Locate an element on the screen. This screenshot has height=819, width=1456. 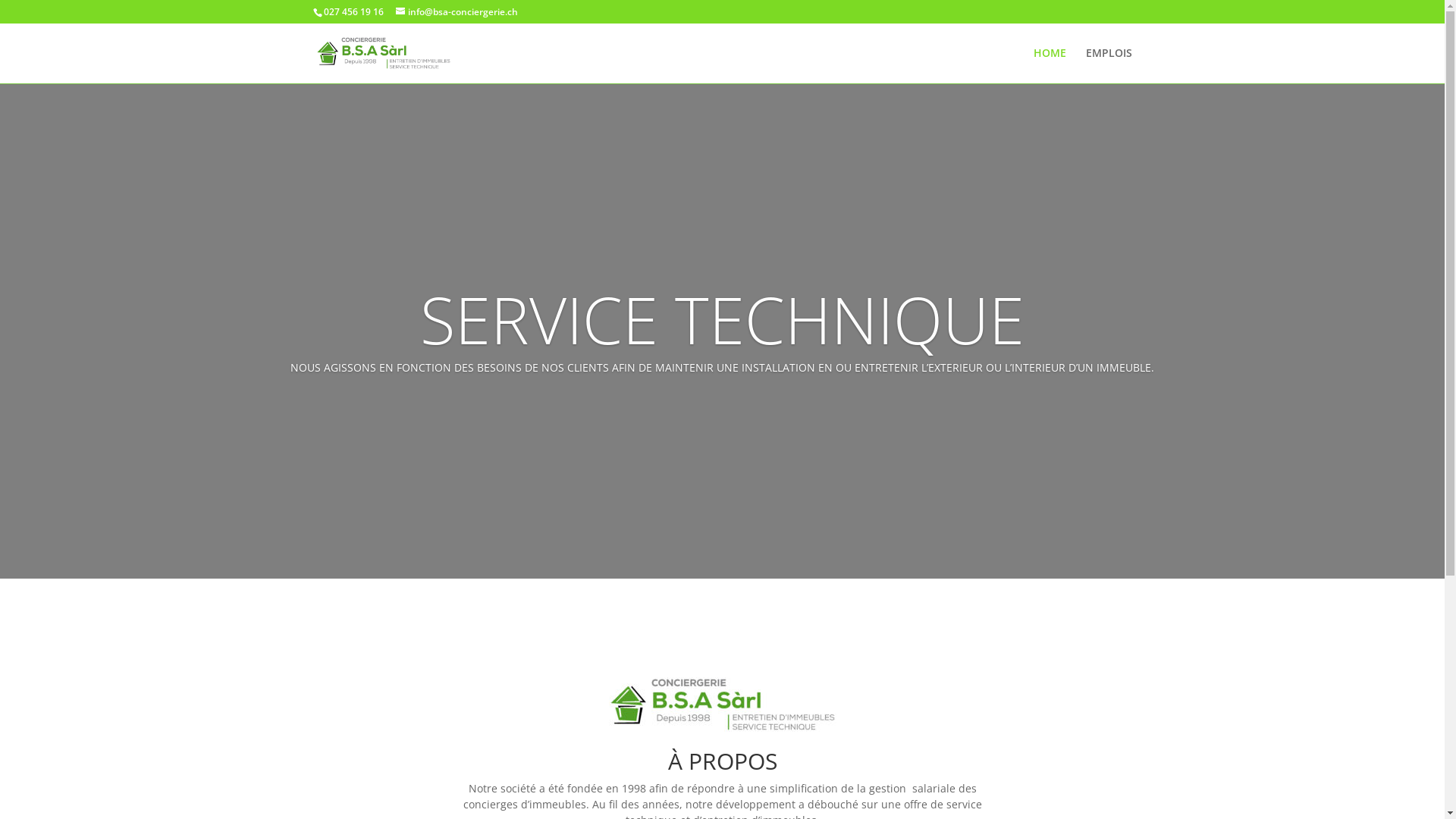
'EMPLOIS' is located at coordinates (1109, 64).